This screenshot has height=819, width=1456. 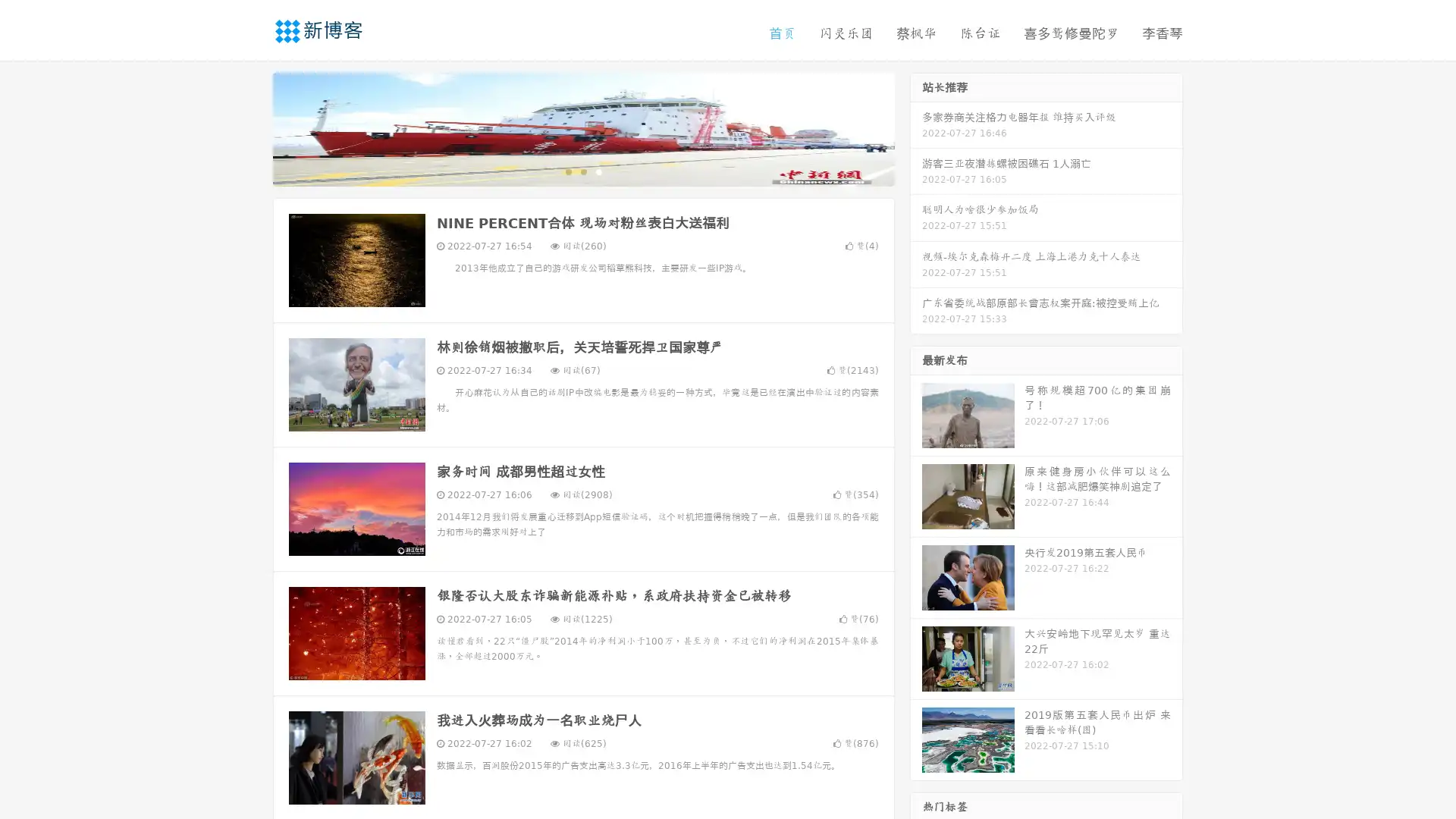 What do you see at coordinates (582, 171) in the screenshot?
I see `Go to slide 2` at bounding box center [582, 171].